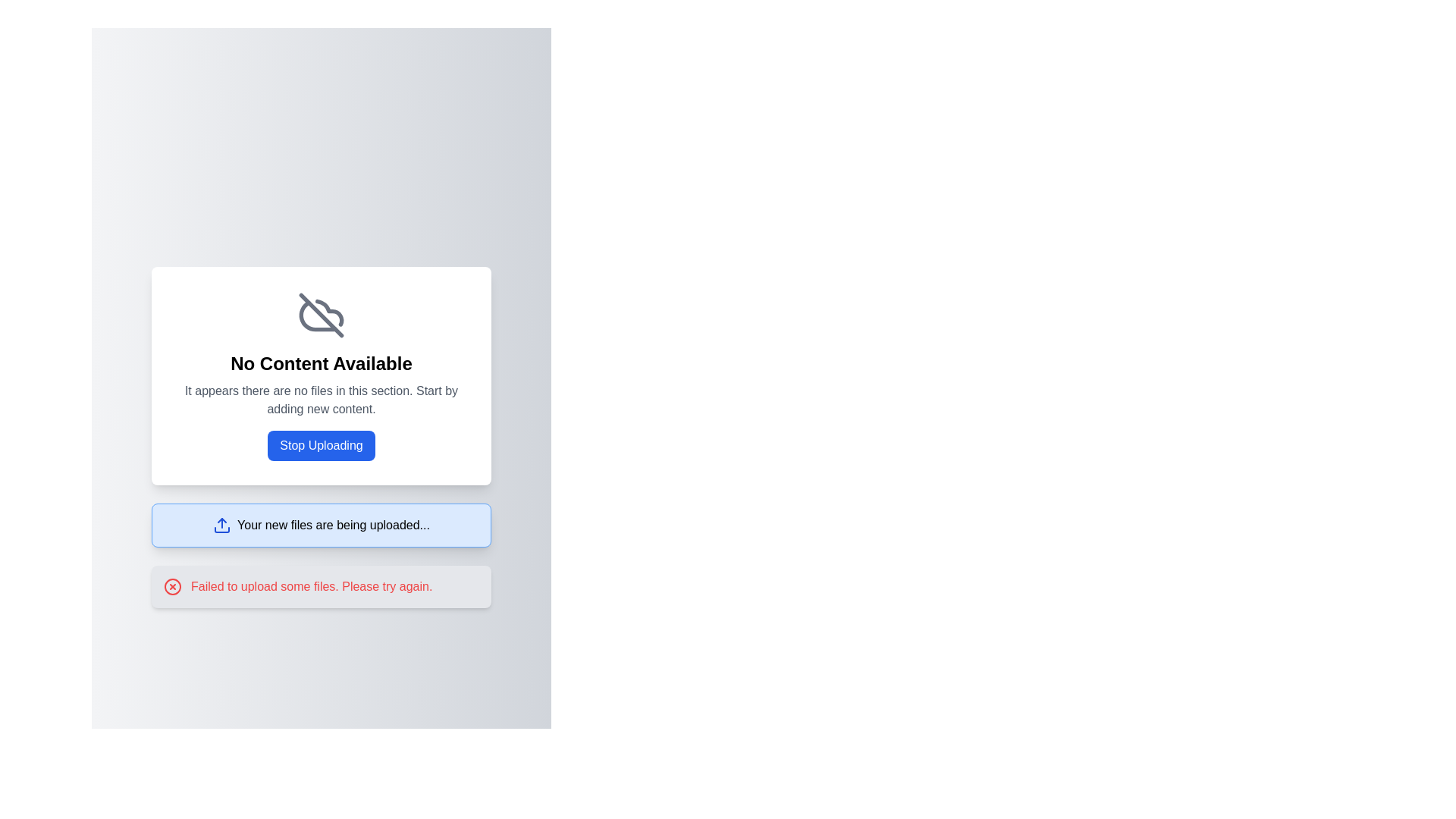  Describe the element at coordinates (320, 523) in the screenshot. I see `the Notification Box located just below the 'Stop Uploading' blue button, which informs the user about the ongoing uploading process` at that location.